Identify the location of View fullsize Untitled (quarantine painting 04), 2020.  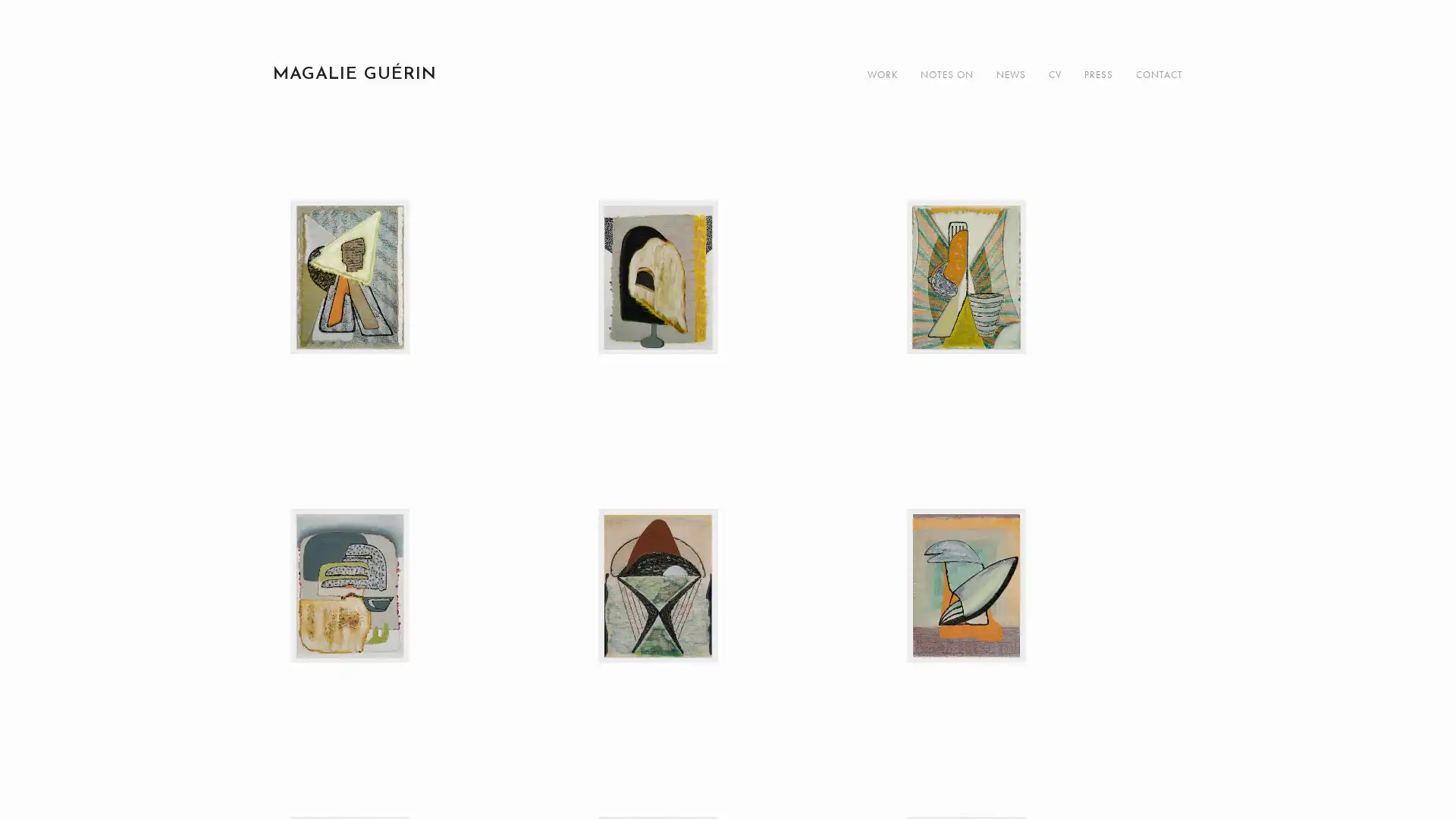
(419, 654).